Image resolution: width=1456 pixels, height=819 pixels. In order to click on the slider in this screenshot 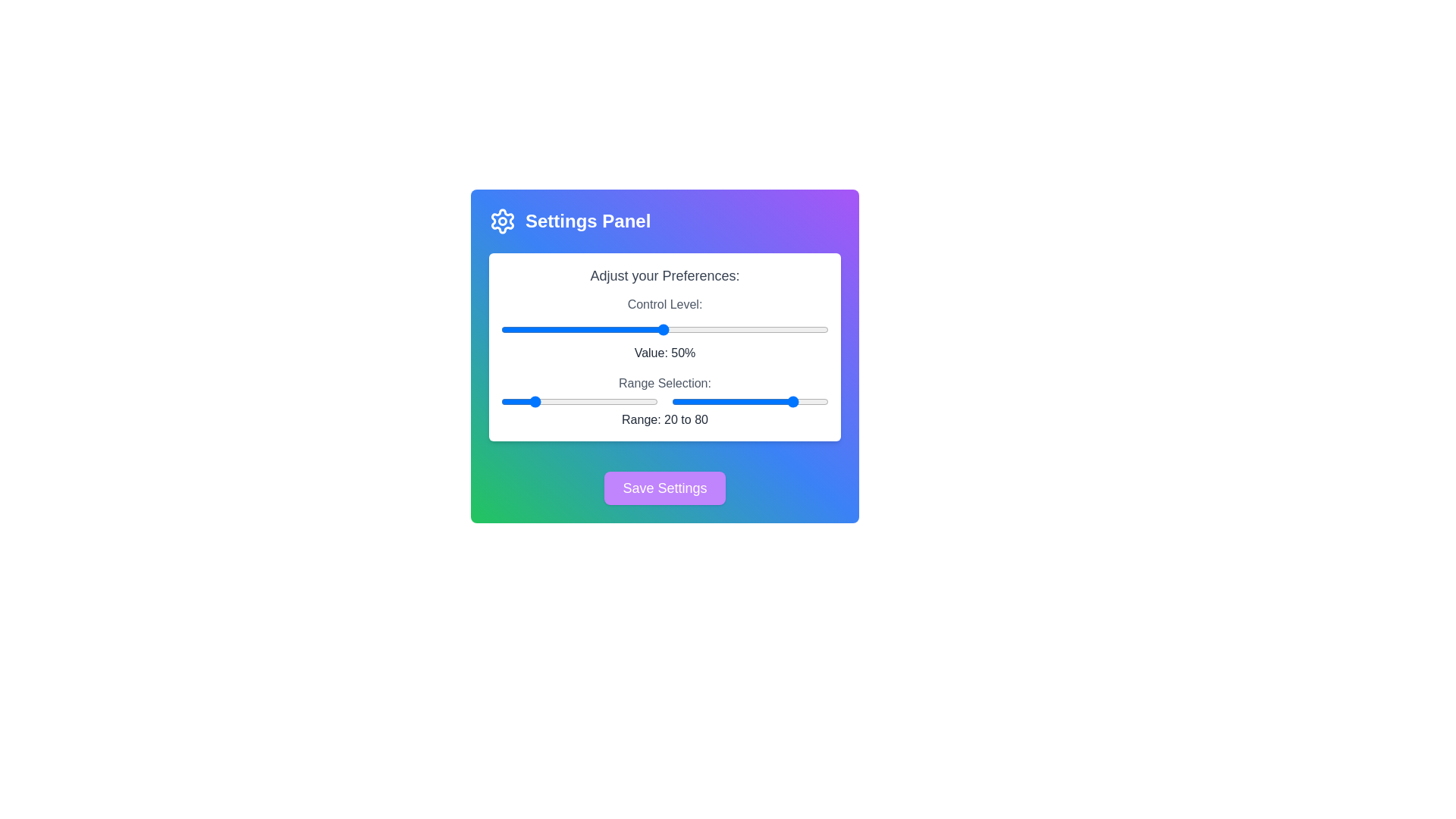, I will do `click(752, 400)`.